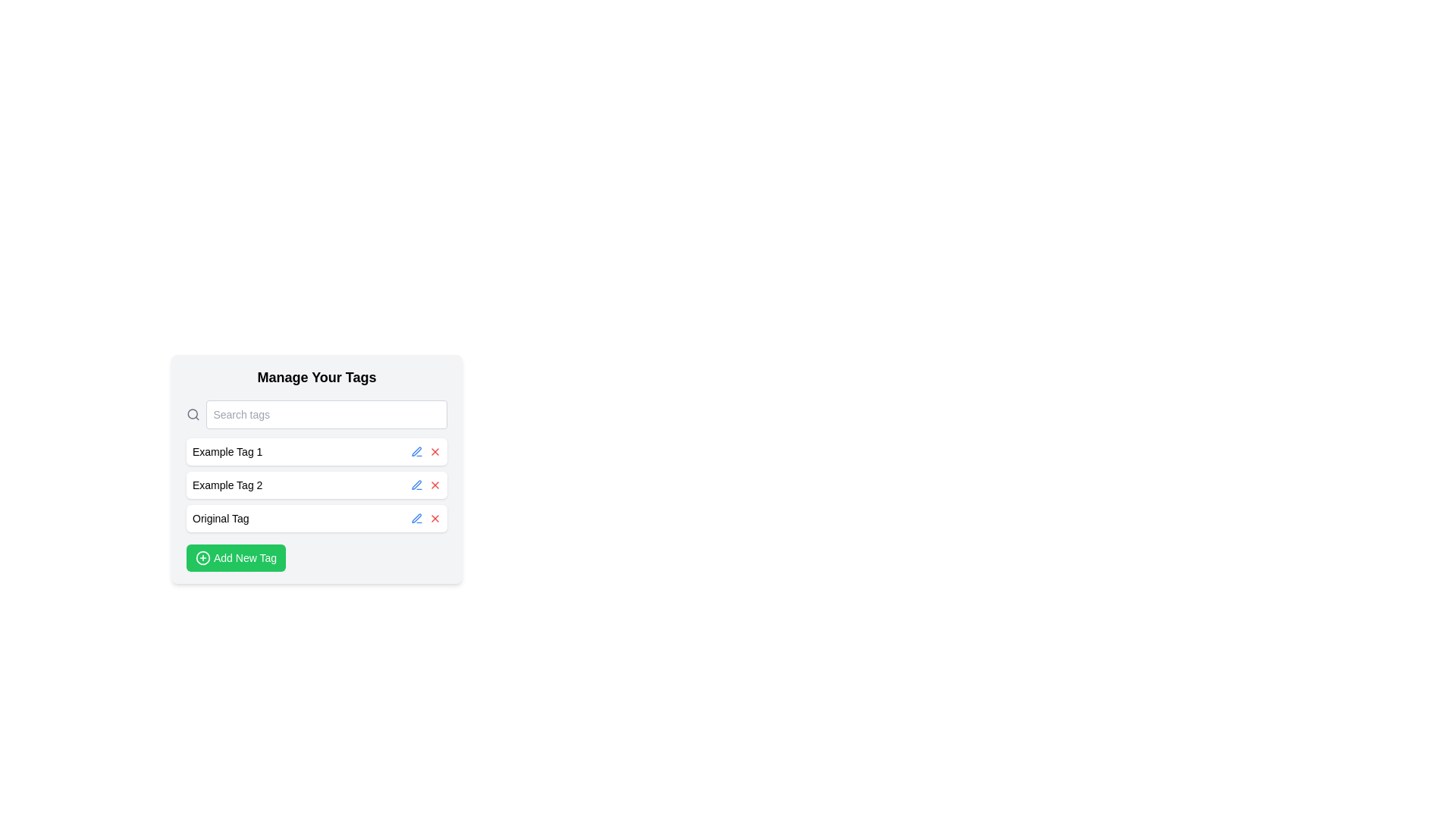 The image size is (1456, 819). What do you see at coordinates (315, 558) in the screenshot?
I see `the 'Add Tag' button located at the bottom of the 'Manage Your Tags' section` at bounding box center [315, 558].